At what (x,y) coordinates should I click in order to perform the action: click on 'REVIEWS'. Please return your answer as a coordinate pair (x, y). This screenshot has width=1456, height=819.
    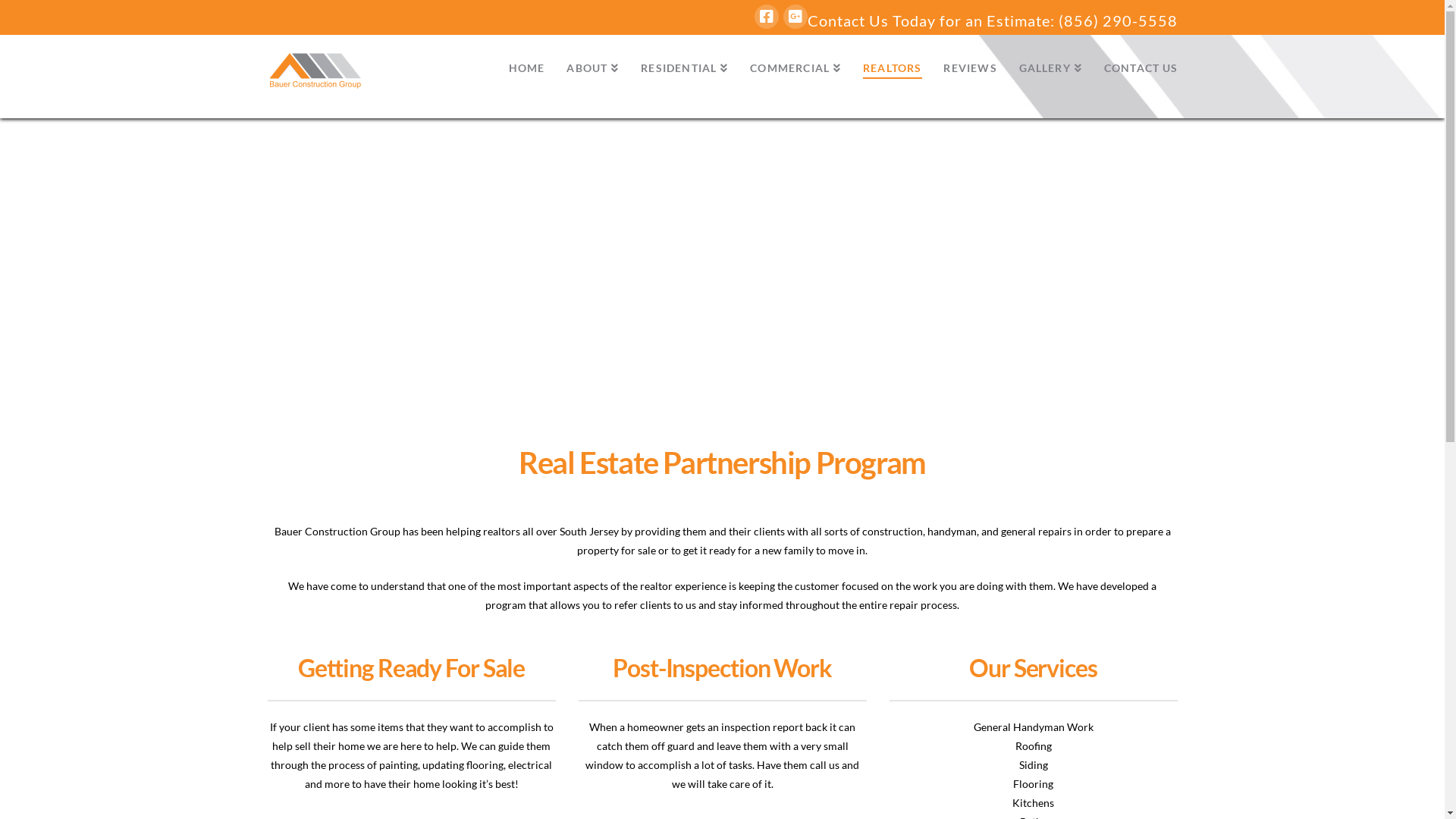
    Looking at the image, I should click on (968, 69).